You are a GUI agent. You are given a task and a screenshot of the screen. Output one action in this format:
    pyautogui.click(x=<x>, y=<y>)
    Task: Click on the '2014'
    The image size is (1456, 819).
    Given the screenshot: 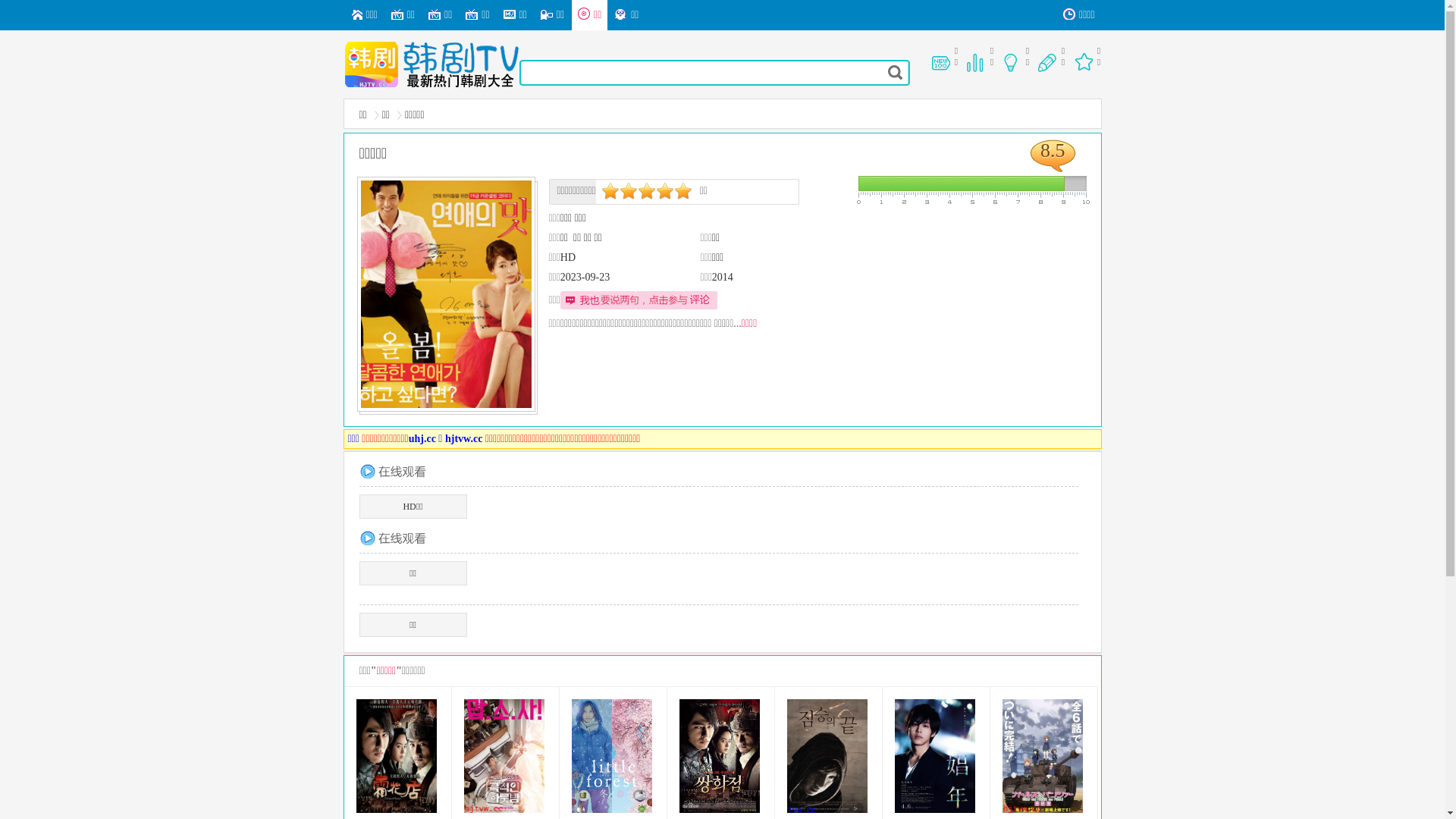 What is the action you would take?
    pyautogui.click(x=722, y=277)
    